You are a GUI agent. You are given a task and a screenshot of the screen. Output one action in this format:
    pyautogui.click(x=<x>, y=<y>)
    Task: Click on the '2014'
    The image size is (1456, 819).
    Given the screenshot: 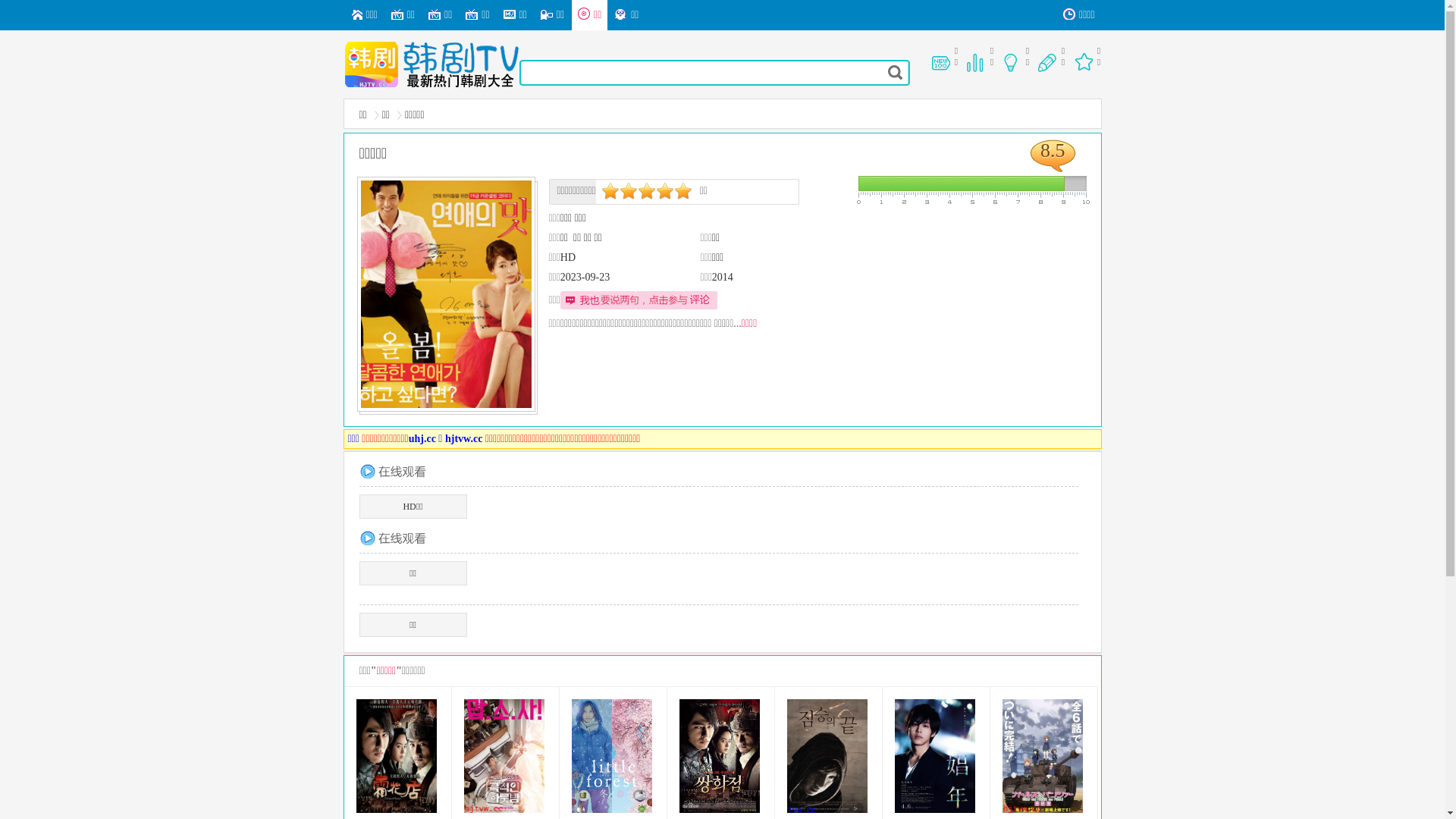 What is the action you would take?
    pyautogui.click(x=722, y=277)
    